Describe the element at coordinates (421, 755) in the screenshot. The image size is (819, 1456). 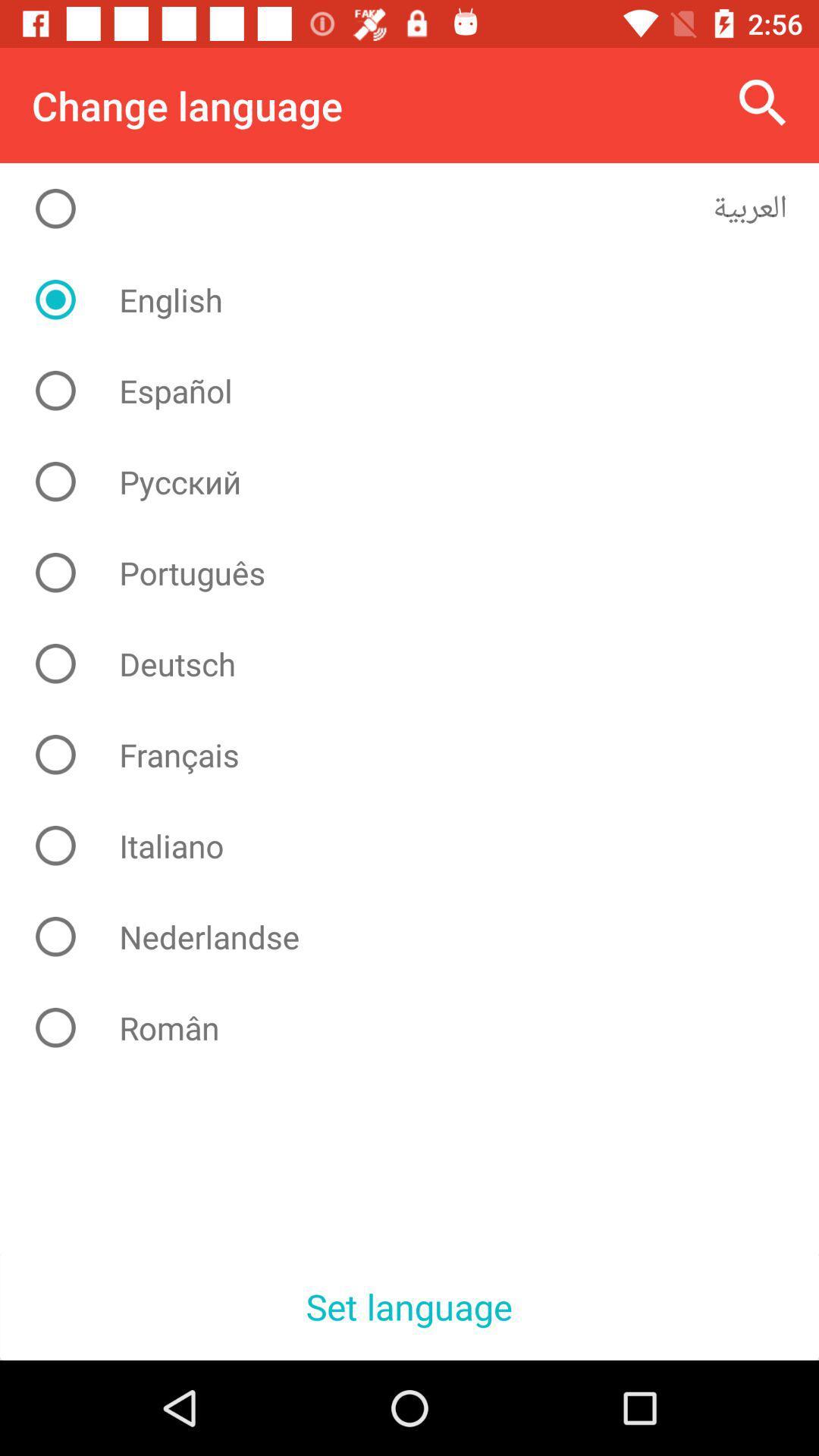
I see `the item below deutsch` at that location.